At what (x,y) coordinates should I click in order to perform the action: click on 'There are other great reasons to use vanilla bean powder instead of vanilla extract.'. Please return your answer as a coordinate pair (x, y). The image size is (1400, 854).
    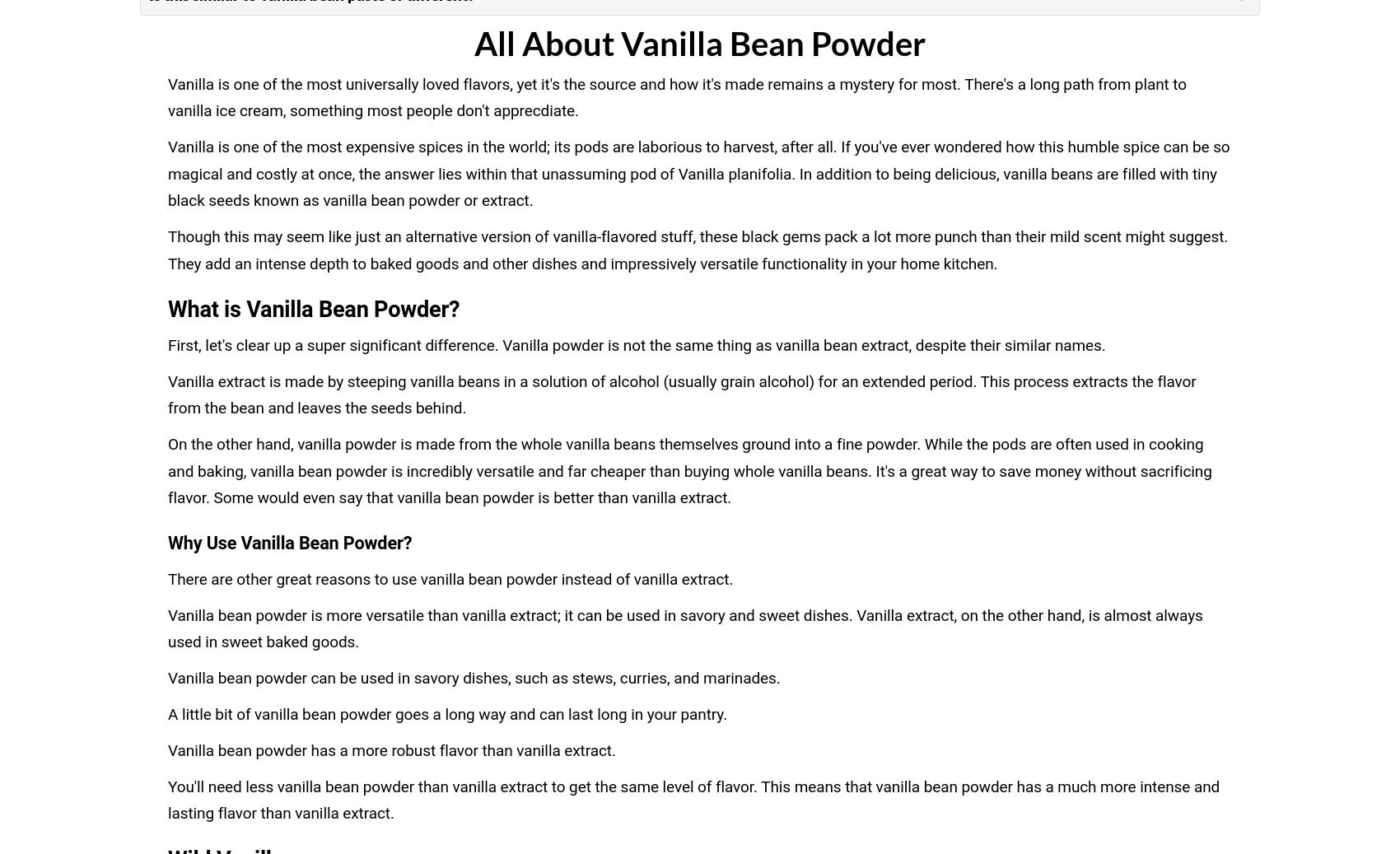
    Looking at the image, I should click on (450, 578).